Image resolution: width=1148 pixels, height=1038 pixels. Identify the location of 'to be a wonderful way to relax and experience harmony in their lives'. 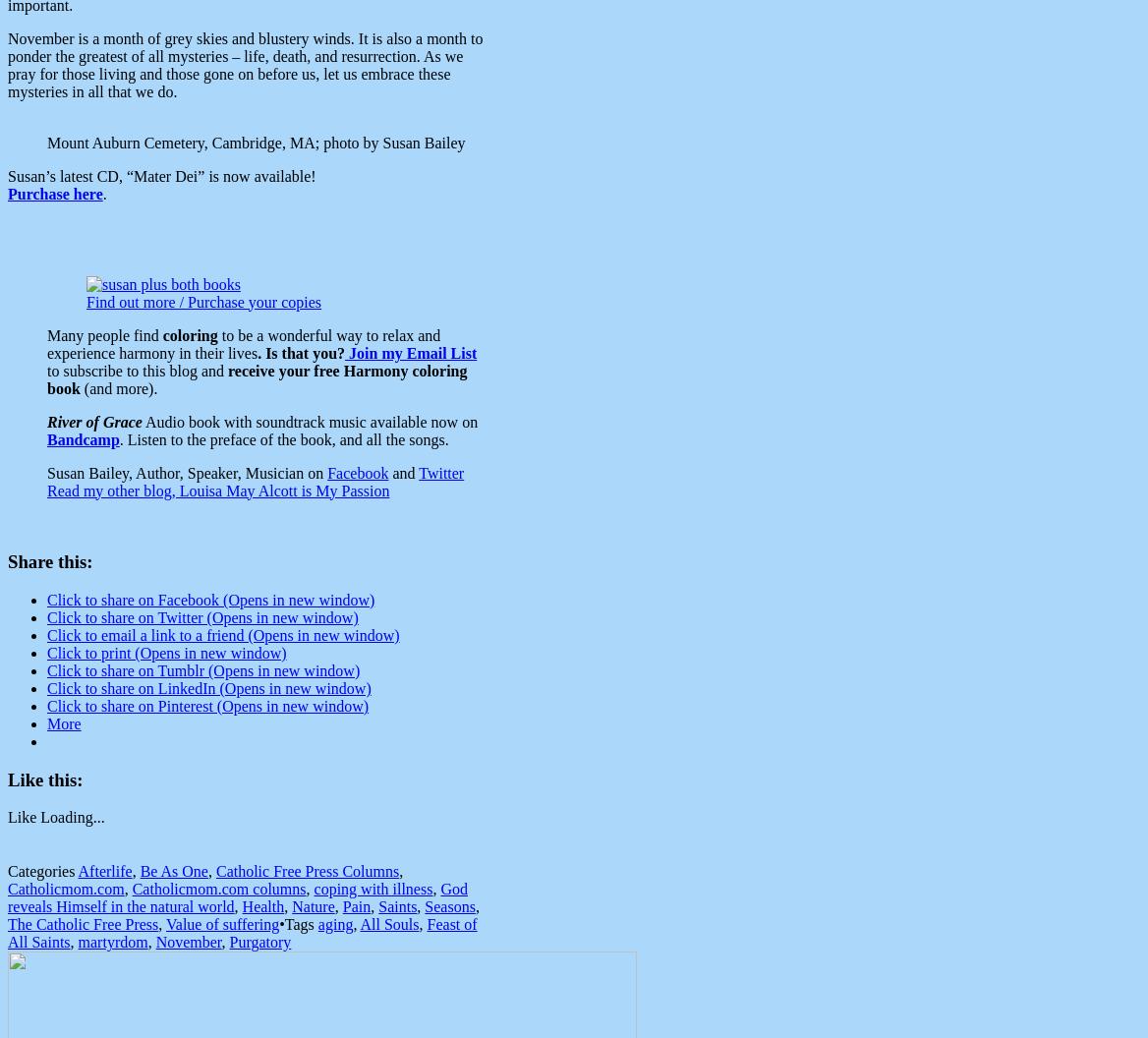
(47, 342).